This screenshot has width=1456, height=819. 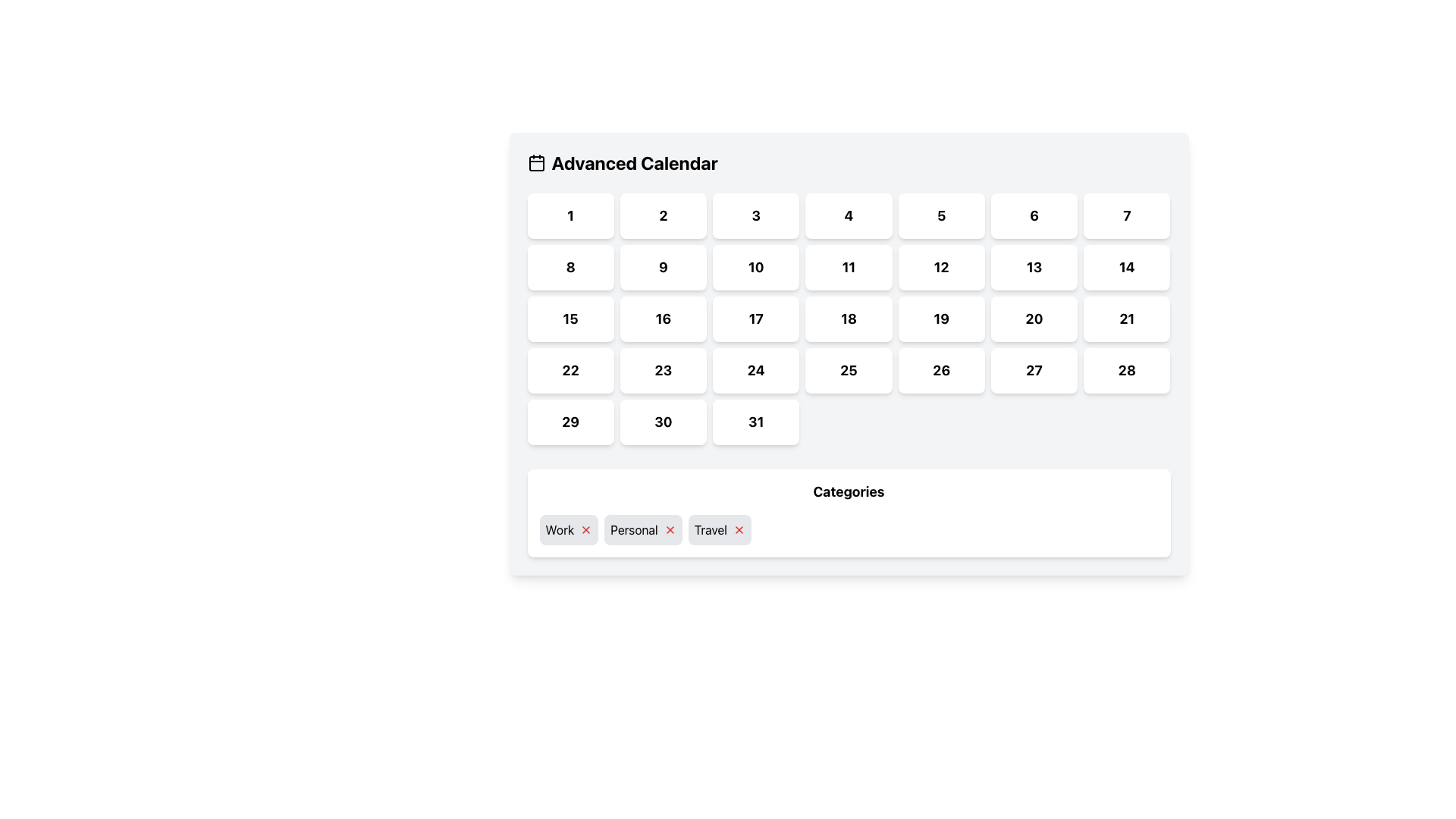 I want to click on the button displaying the number '17' in bold black text located in the third row and third column of the grid layout, so click(x=756, y=318).